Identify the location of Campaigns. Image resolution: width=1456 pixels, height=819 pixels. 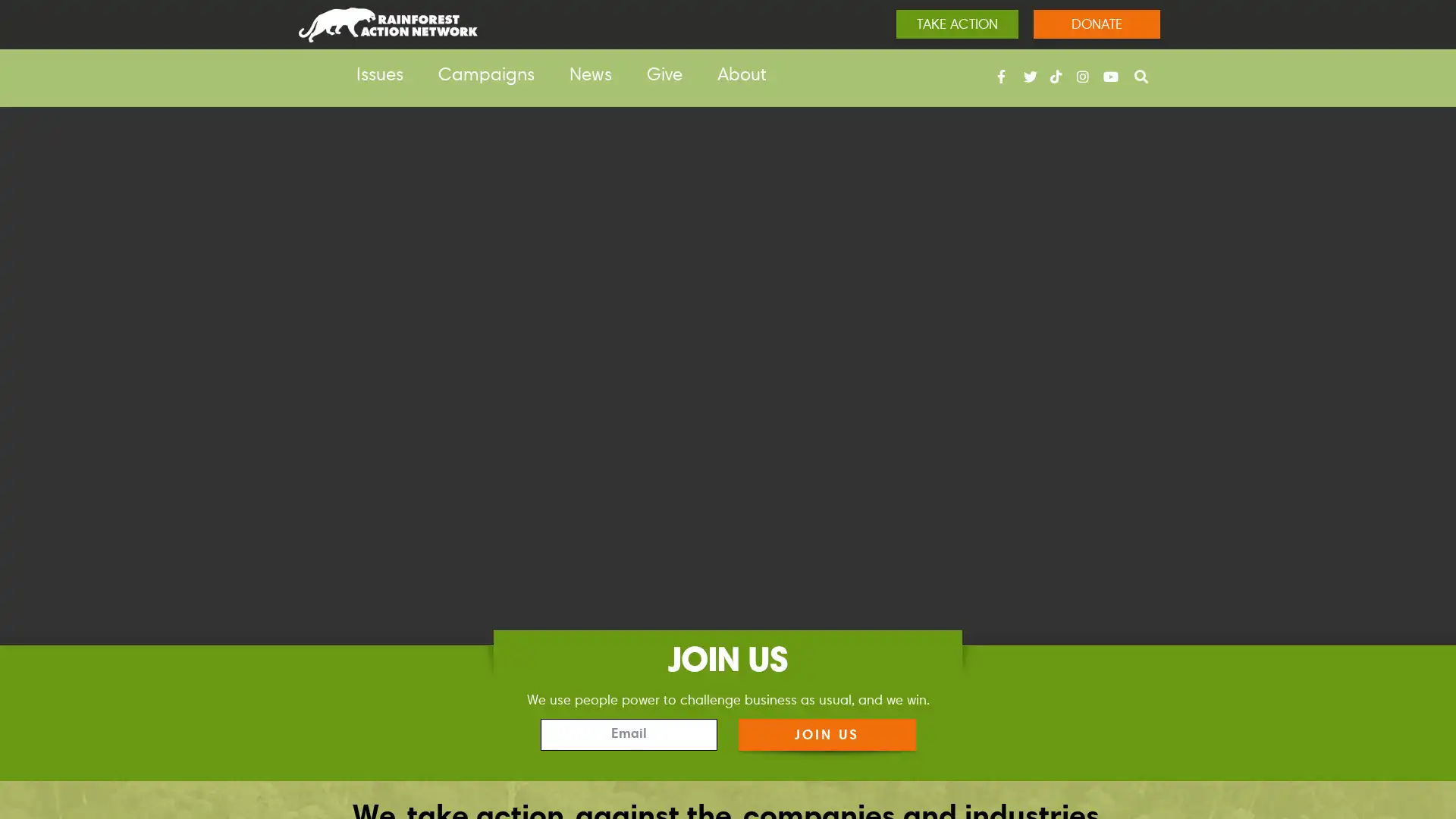
(486, 76).